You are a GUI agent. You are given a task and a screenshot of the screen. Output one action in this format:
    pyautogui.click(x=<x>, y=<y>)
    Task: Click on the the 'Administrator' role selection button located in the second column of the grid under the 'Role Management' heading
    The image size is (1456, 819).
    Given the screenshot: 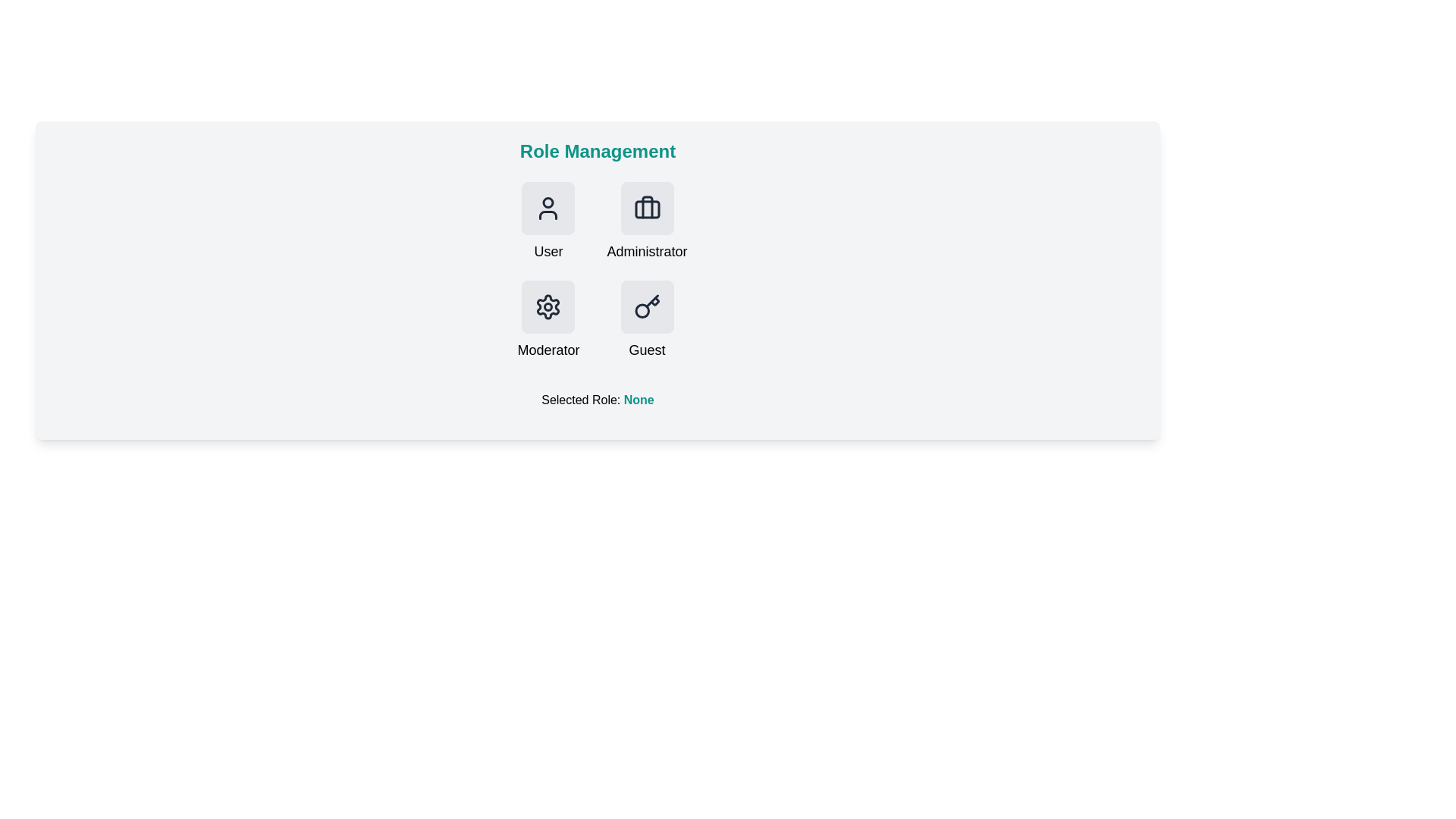 What is the action you would take?
    pyautogui.click(x=647, y=208)
    